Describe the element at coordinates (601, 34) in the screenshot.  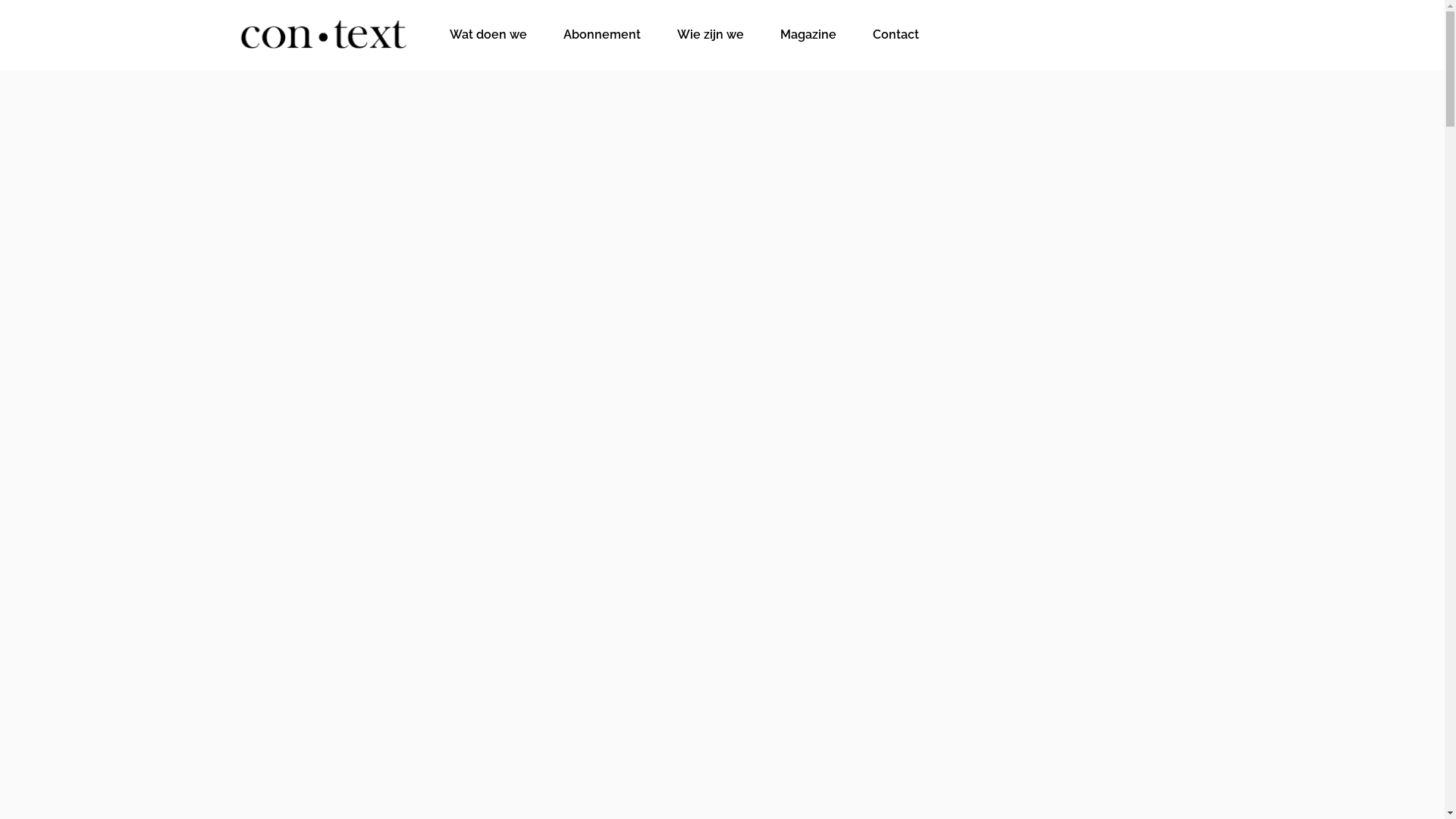
I see `'Abonnement'` at that location.